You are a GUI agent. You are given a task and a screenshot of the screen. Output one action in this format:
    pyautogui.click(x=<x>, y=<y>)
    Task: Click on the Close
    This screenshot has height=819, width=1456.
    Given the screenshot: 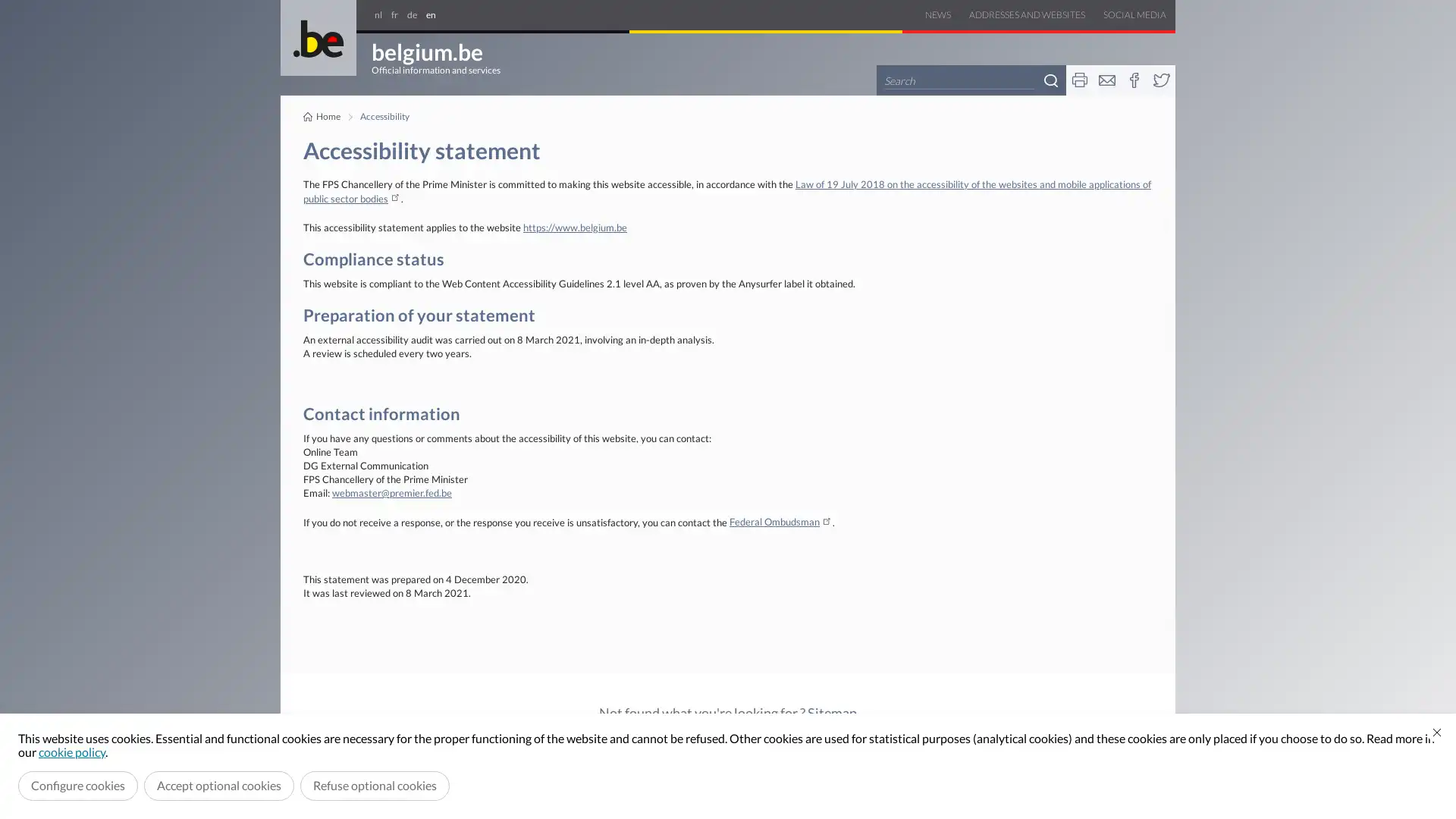 What is the action you would take?
    pyautogui.click(x=1436, y=731)
    